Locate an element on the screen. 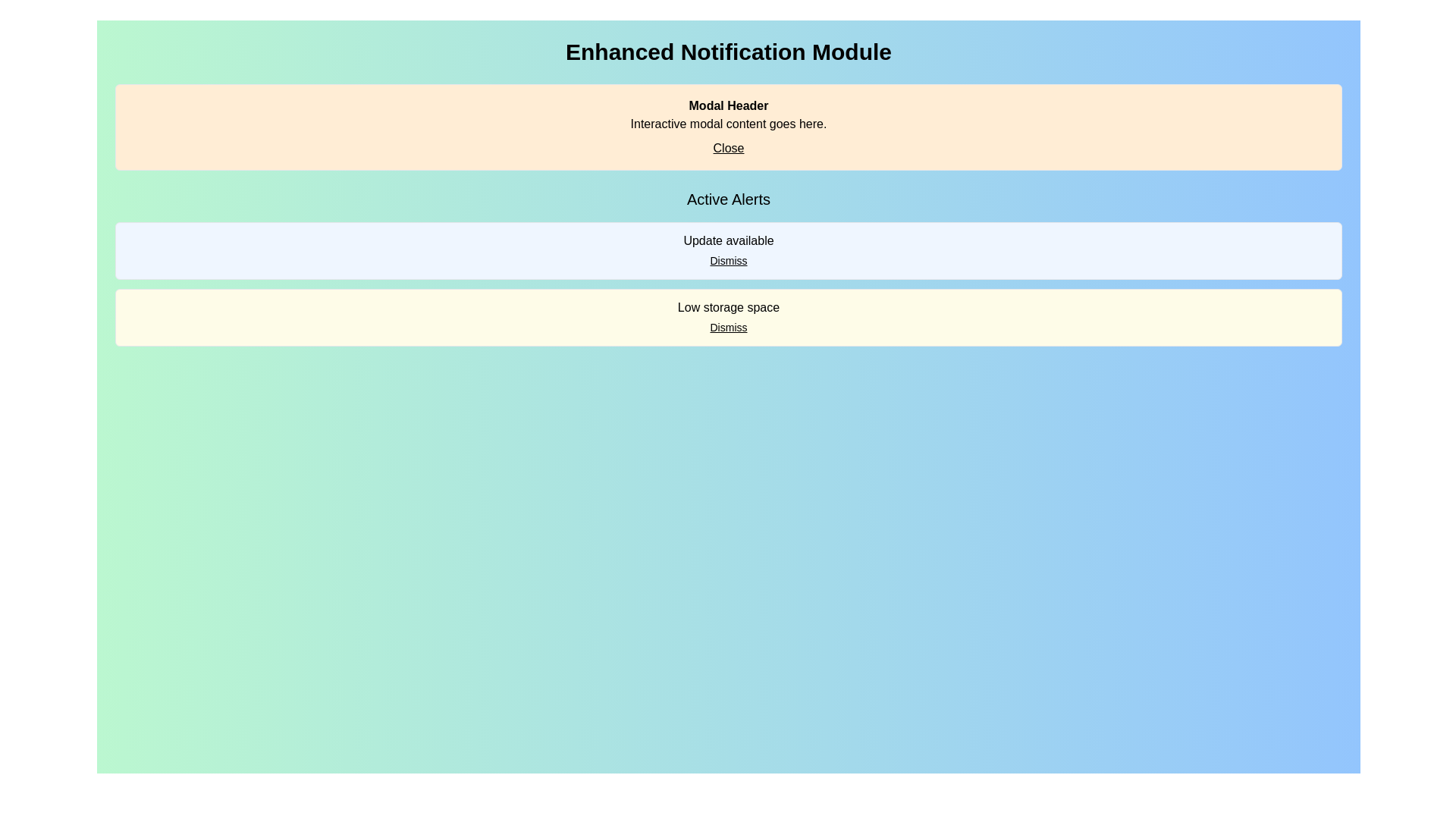 The height and width of the screenshot is (819, 1456). the Text Label that provides a description for the modal, located below the 'Modal Header' and above the 'Close' hyperlink is located at coordinates (728, 124).